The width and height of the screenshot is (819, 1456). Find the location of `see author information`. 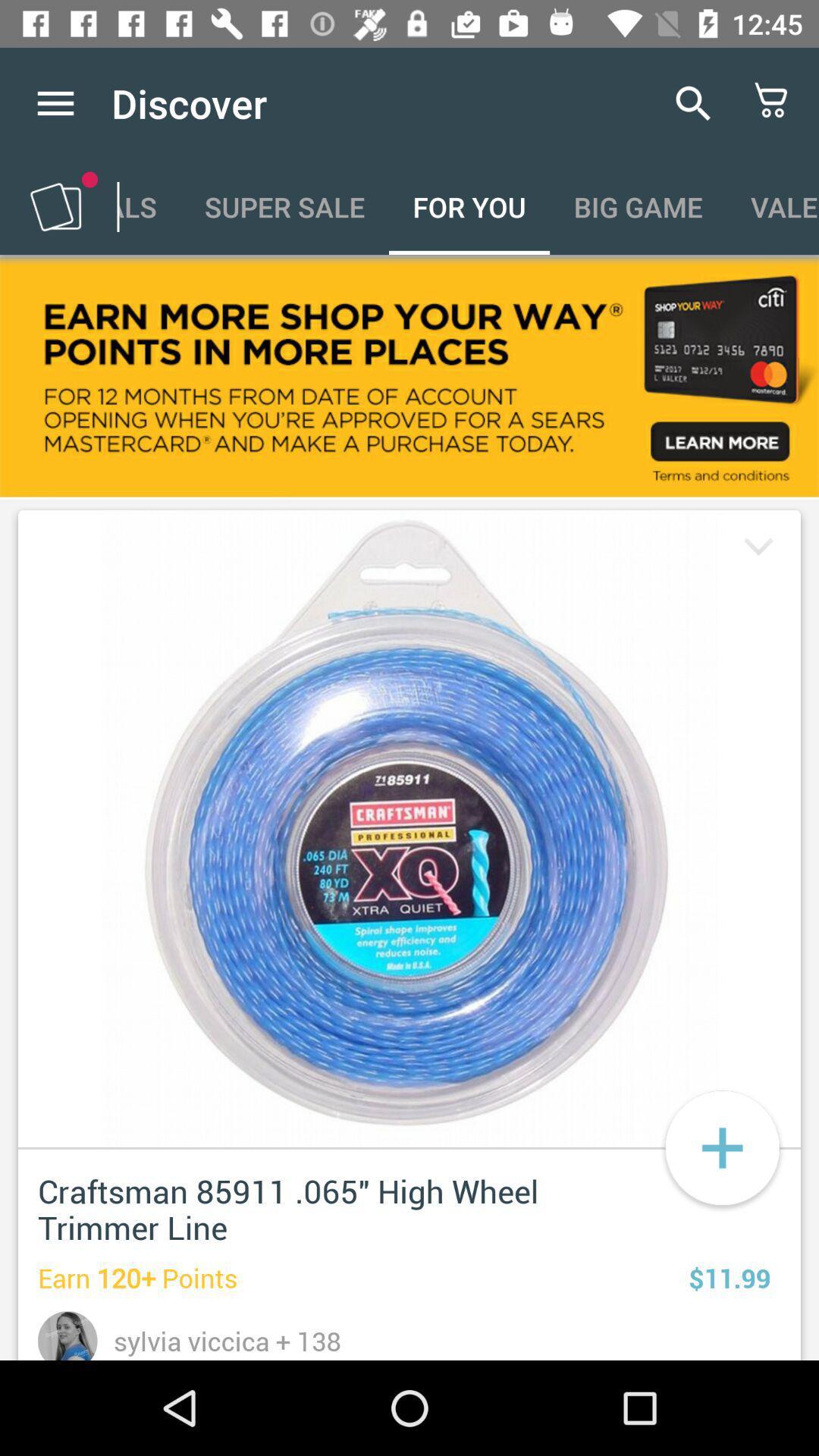

see author information is located at coordinates (67, 1335).